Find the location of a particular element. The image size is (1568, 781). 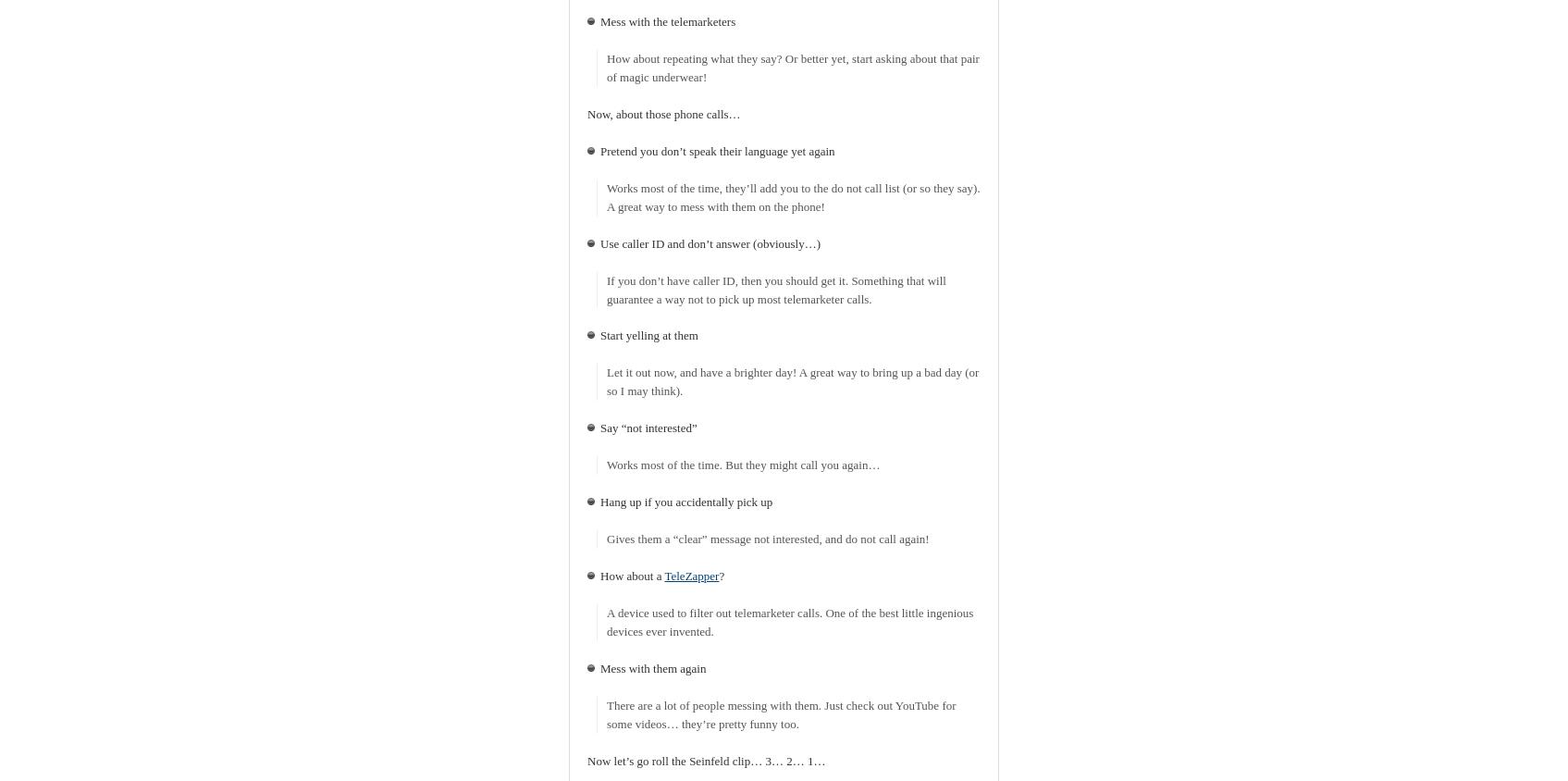

'TeleZapper' is located at coordinates (690, 576).